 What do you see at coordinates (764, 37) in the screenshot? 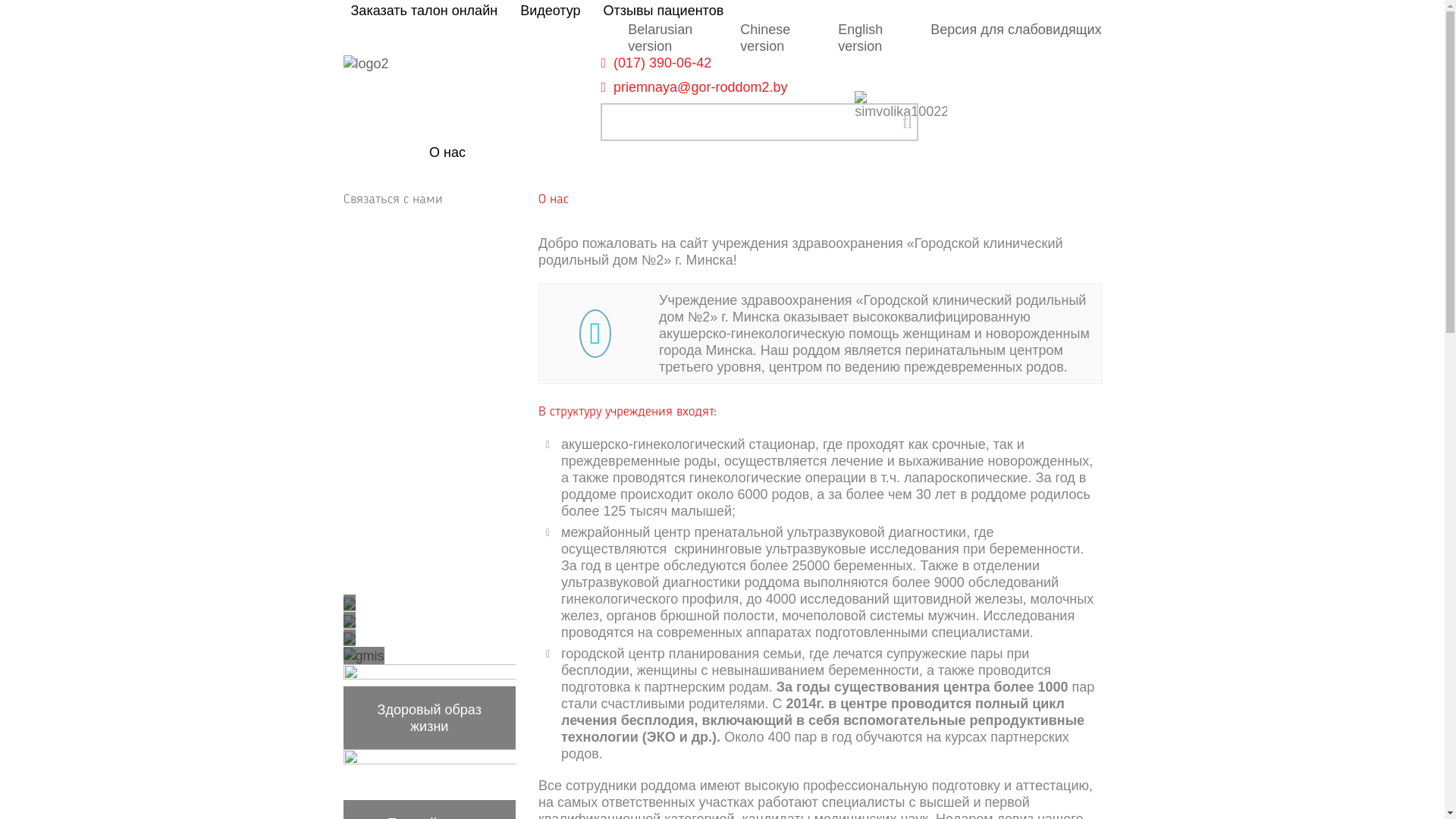
I see `'Chinese version'` at bounding box center [764, 37].